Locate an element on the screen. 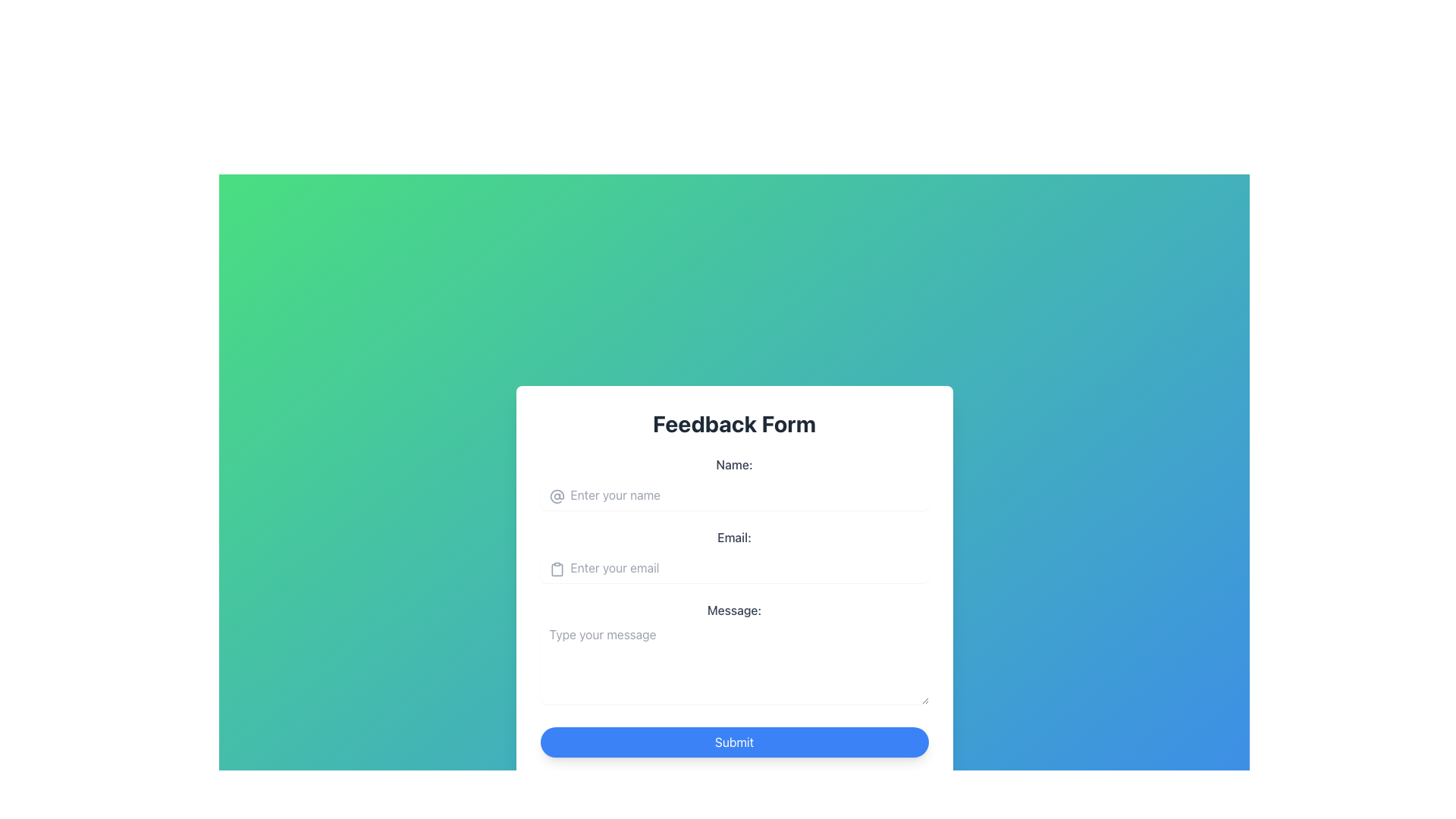  the 'Name:' label in the feedback form, which is styled in dark gray and positioned above the name input field is located at coordinates (734, 464).